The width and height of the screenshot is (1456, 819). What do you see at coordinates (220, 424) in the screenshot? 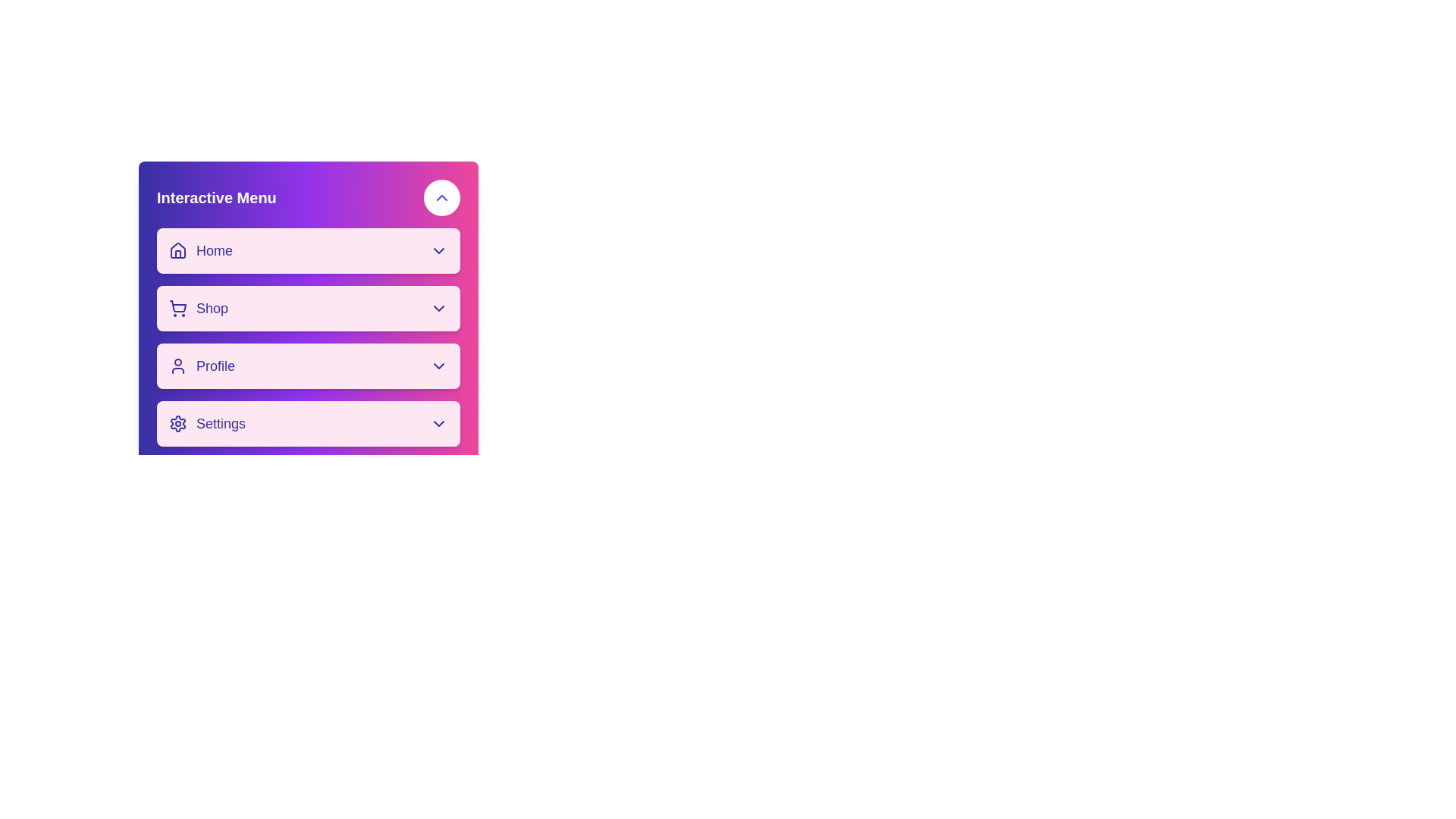
I see `the 'Settings' text label, which is displayed in blue and located in the bottom section of the vertical menu` at bounding box center [220, 424].